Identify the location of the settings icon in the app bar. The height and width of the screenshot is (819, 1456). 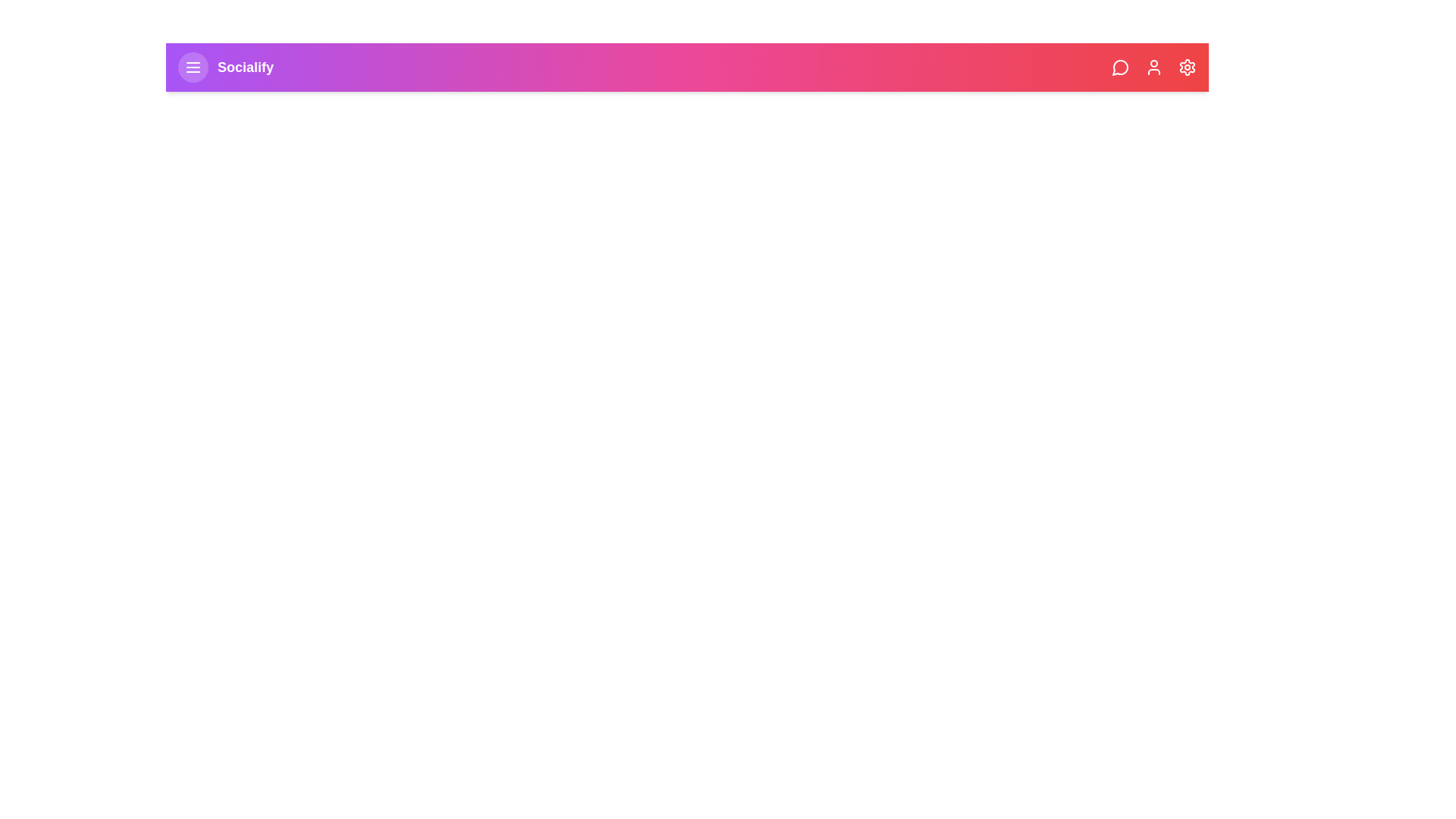
(1186, 66).